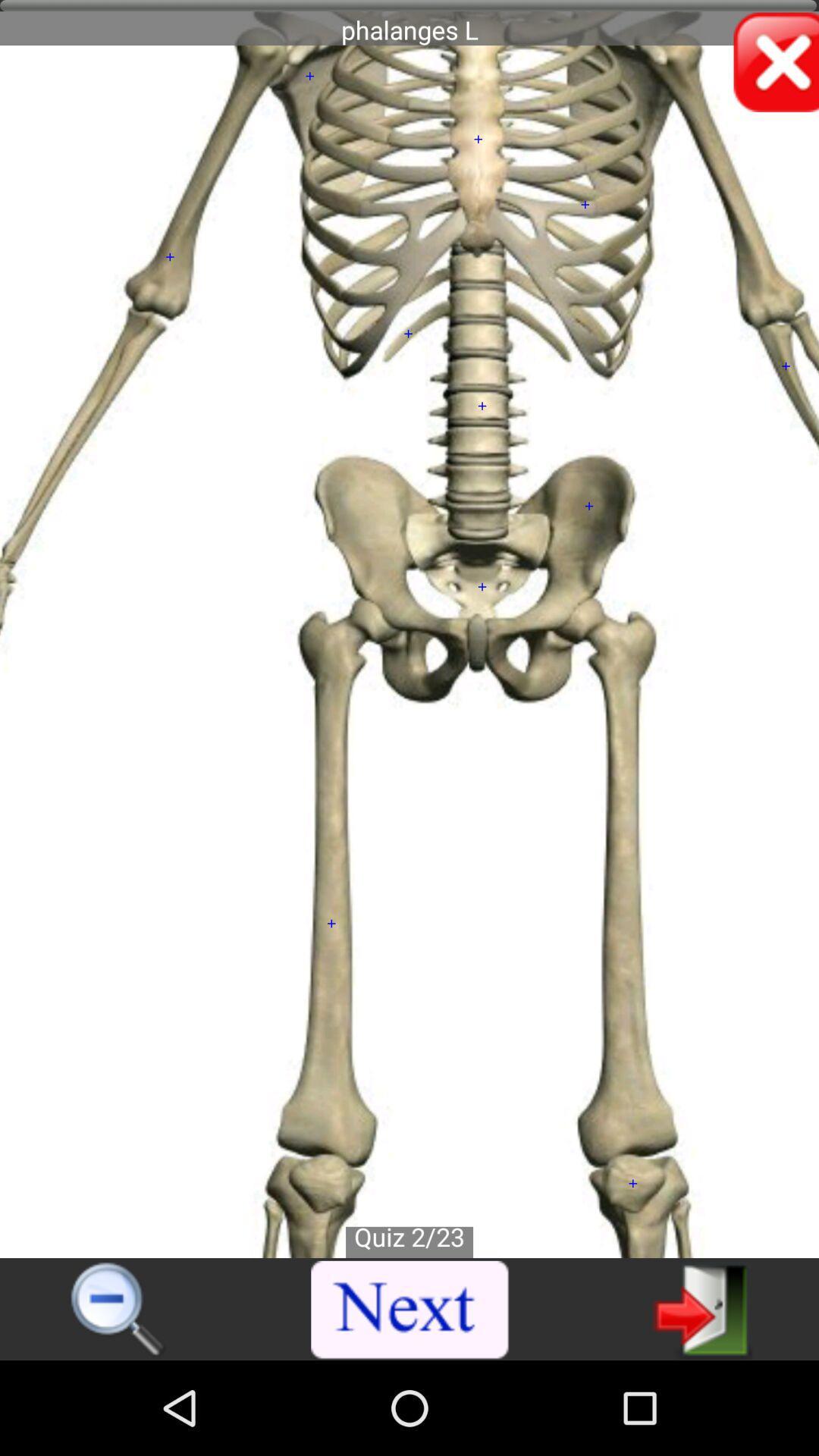 The height and width of the screenshot is (1456, 819). Describe the element at coordinates (118, 1310) in the screenshot. I see `zoom` at that location.